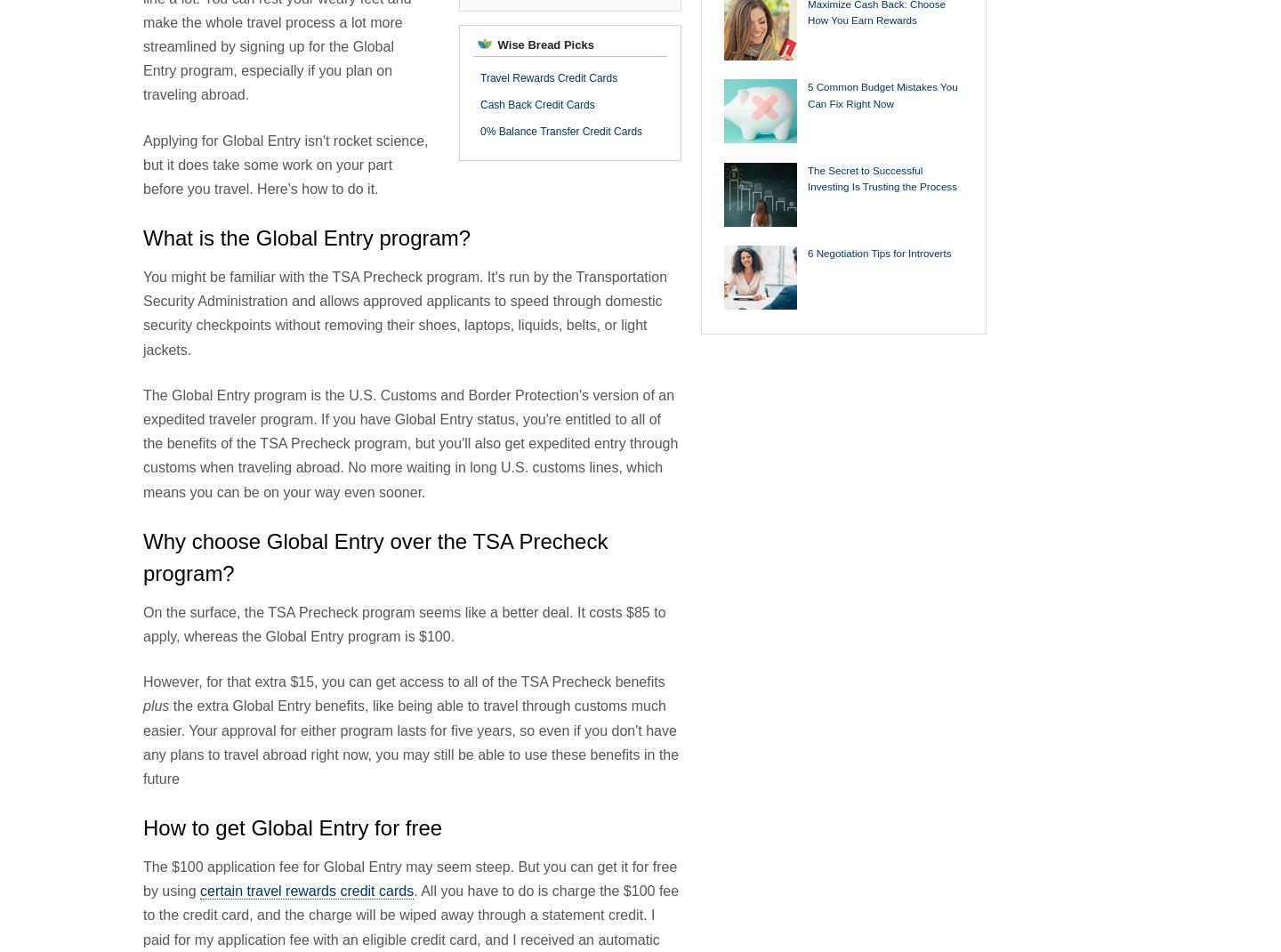 The height and width of the screenshot is (952, 1281). What do you see at coordinates (141, 681) in the screenshot?
I see `'However, for that extra $15, you can get access to all of the TSA Precheck benefits'` at bounding box center [141, 681].